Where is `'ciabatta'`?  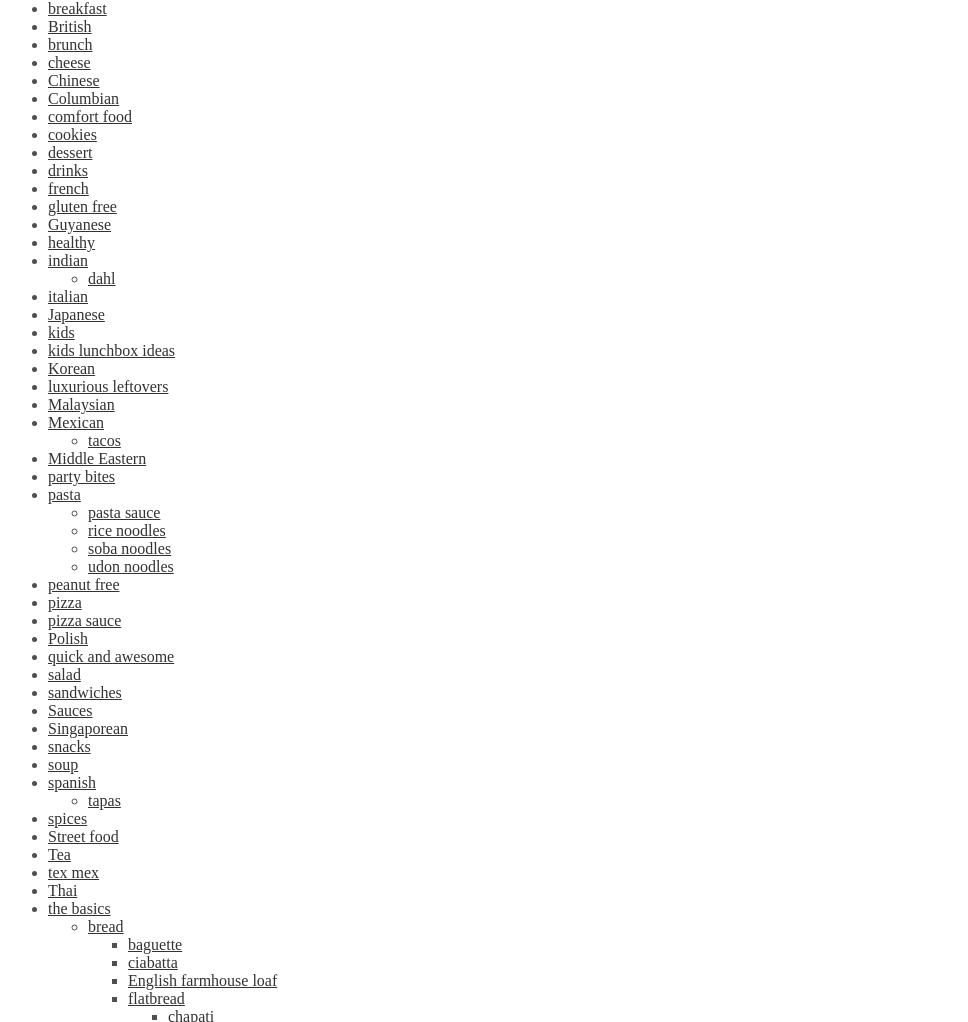 'ciabatta' is located at coordinates (151, 961).